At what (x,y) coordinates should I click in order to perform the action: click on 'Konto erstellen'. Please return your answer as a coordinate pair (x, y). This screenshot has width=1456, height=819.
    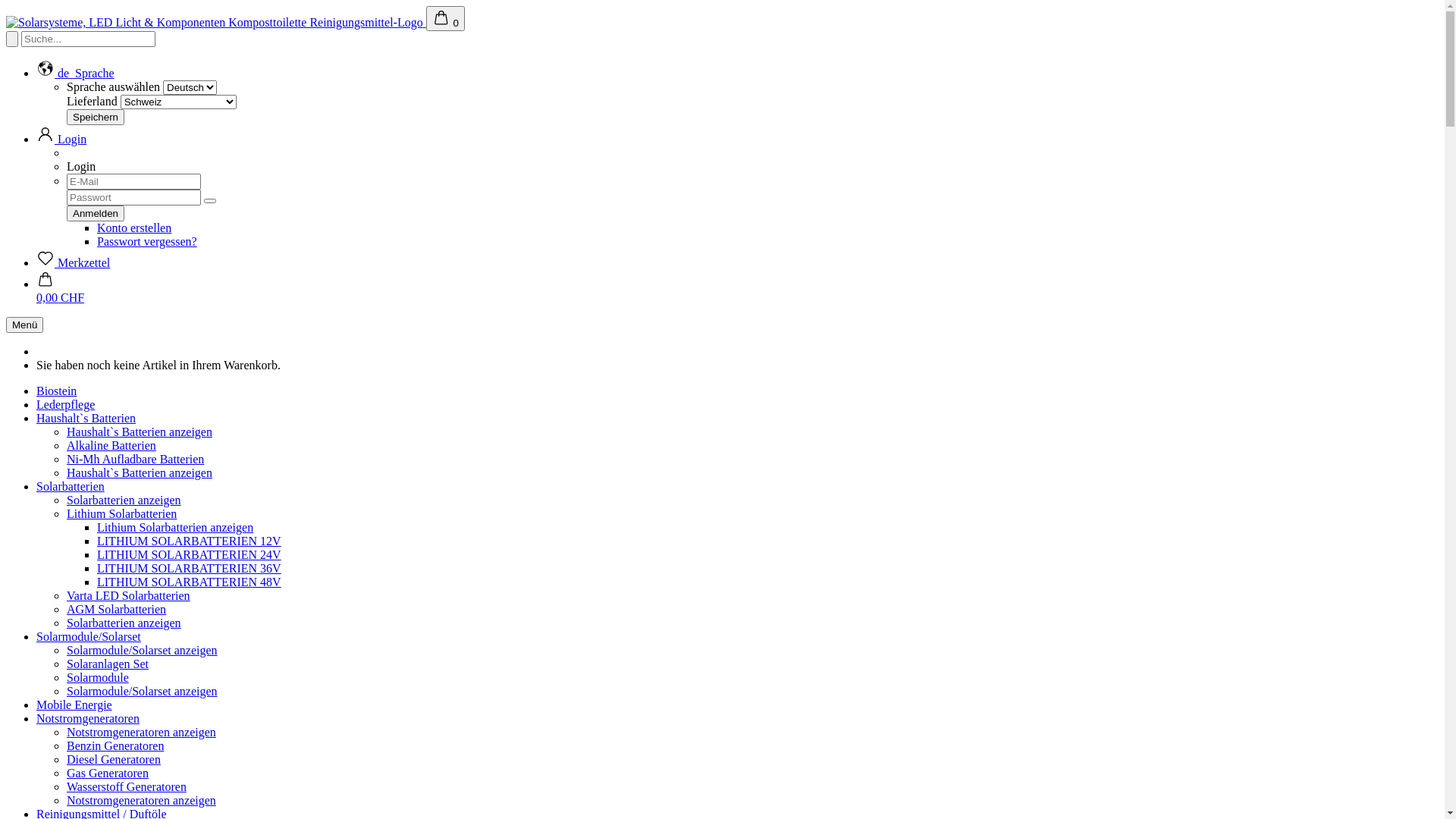
    Looking at the image, I should click on (134, 227).